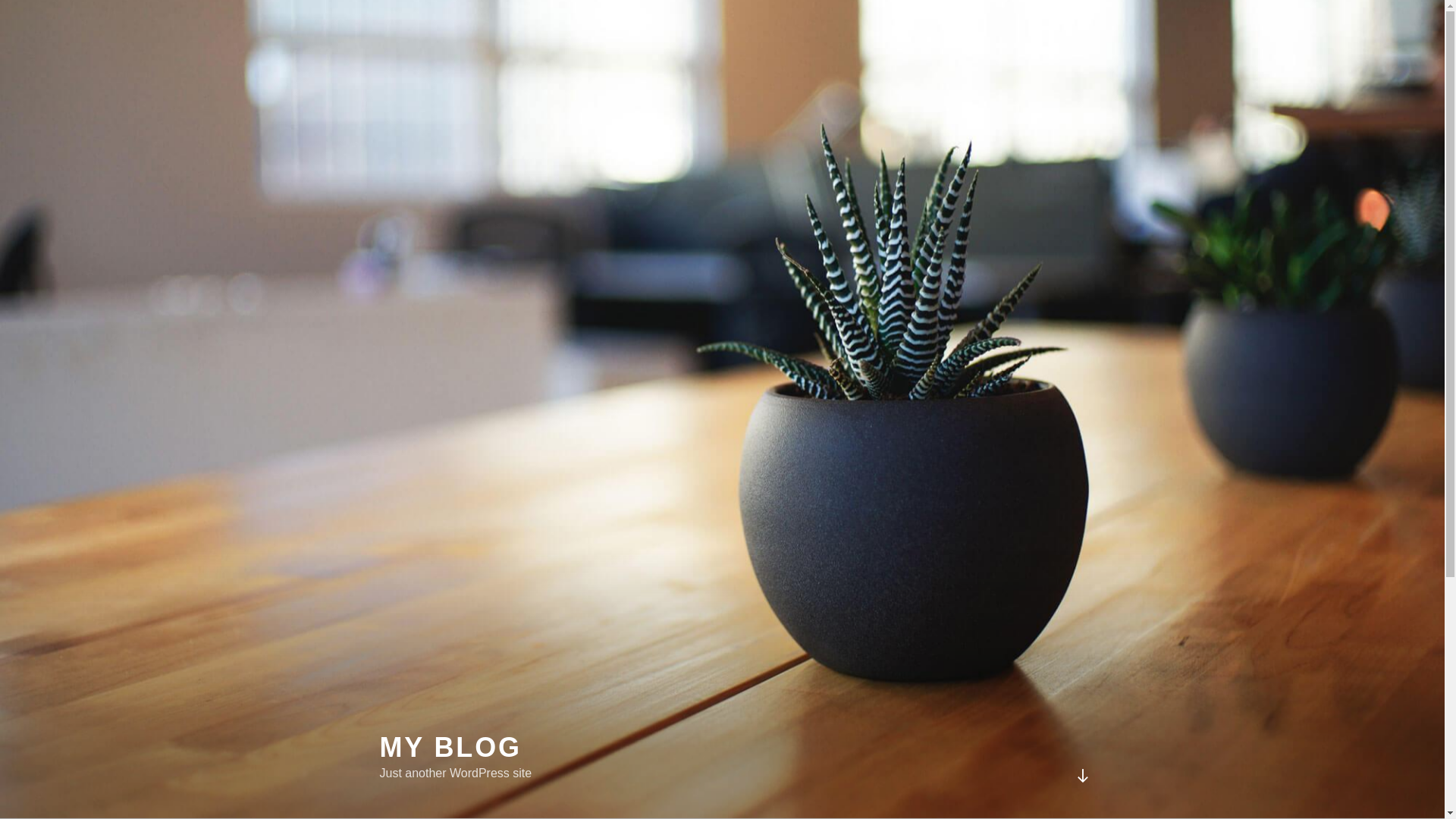 This screenshot has height=819, width=1456. I want to click on 'MY BLOG', so click(378, 746).